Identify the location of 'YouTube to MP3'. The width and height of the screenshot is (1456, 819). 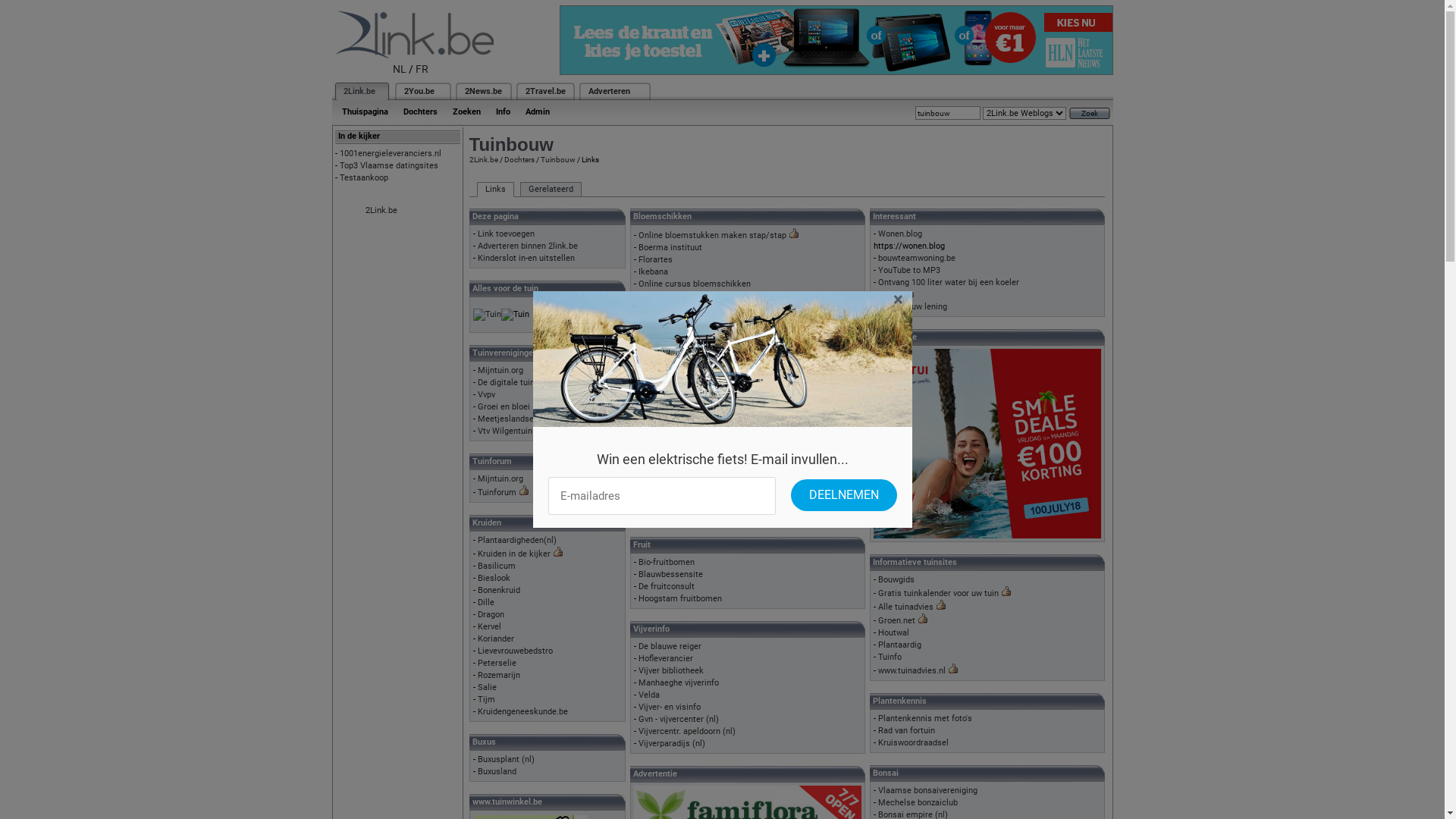
(909, 269).